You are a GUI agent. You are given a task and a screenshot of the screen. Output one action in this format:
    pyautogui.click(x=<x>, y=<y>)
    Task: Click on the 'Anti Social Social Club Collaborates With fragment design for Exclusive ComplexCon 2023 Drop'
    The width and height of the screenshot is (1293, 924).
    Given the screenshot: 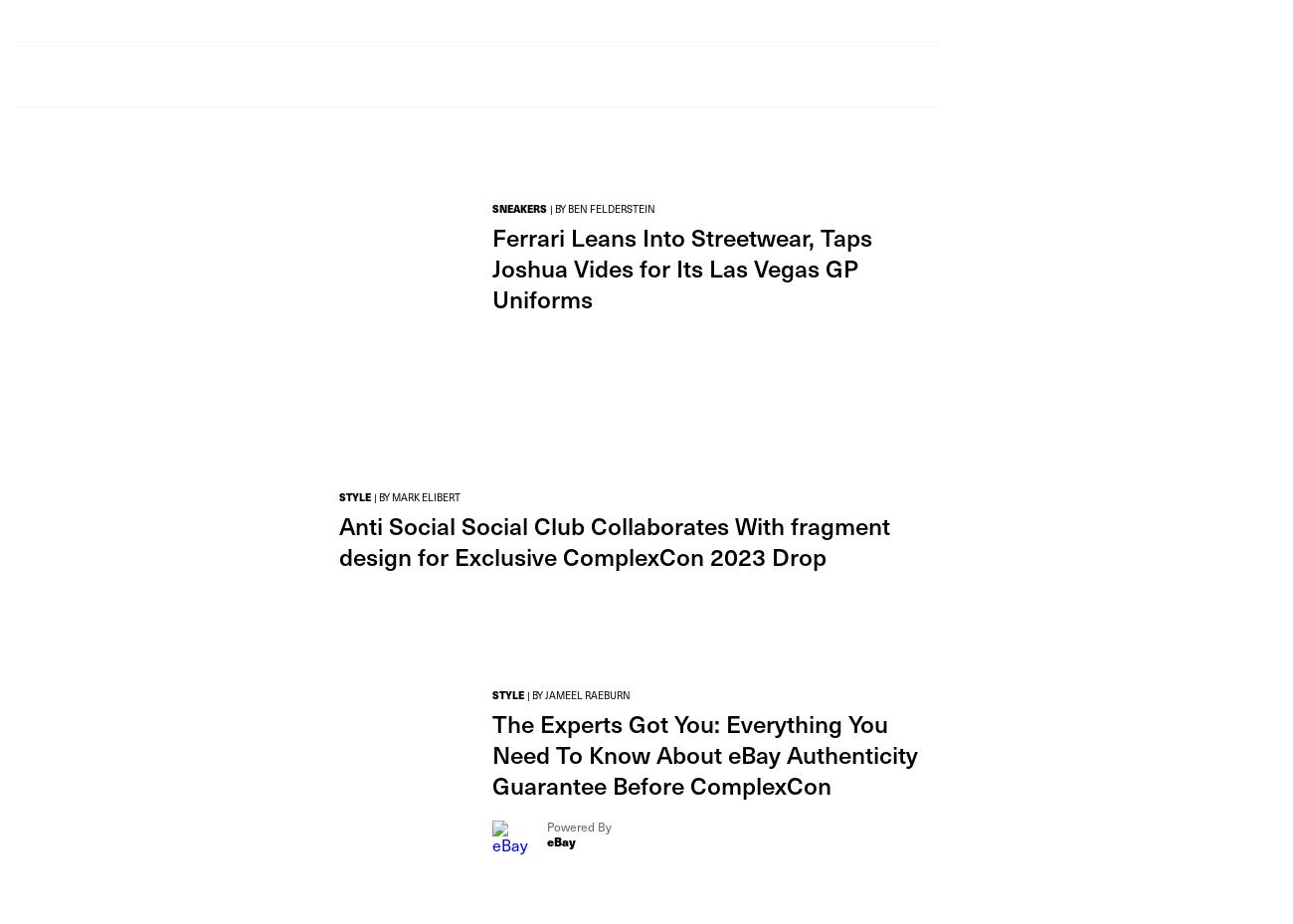 What is the action you would take?
    pyautogui.click(x=615, y=539)
    